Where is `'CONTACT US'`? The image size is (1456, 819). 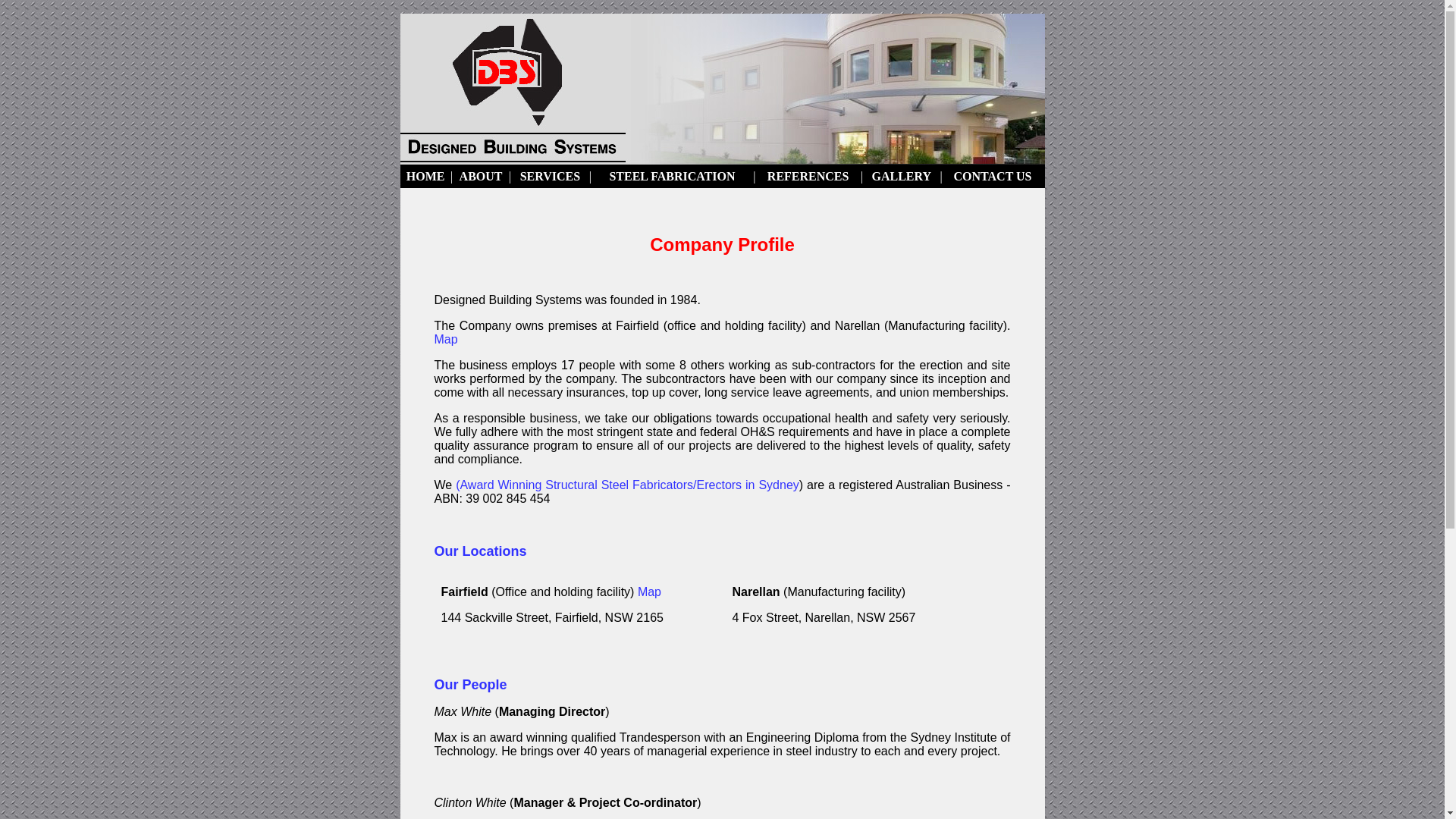 'CONTACT US' is located at coordinates (992, 175).